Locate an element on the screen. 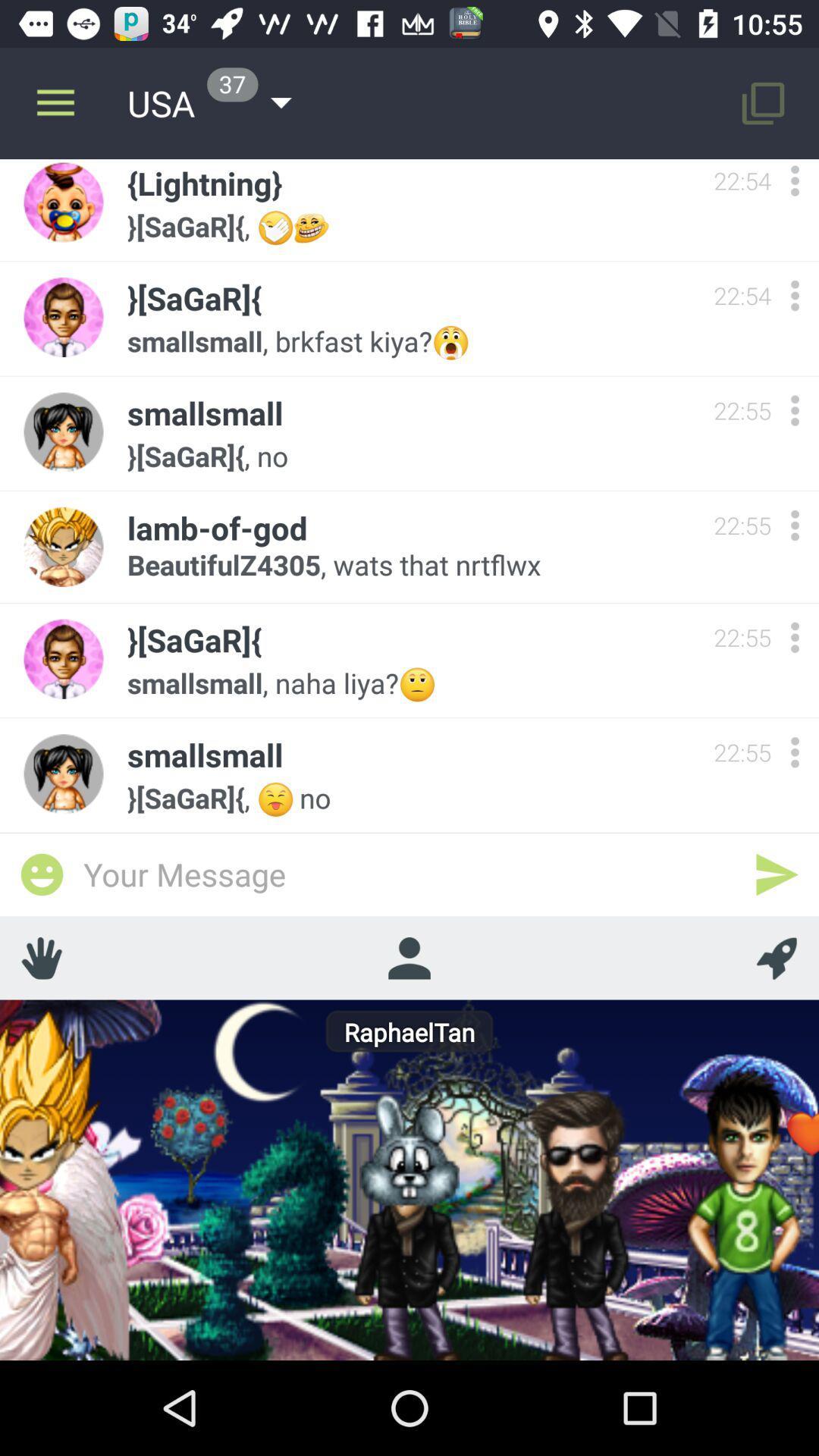 The height and width of the screenshot is (1456, 819). the send icon is located at coordinates (777, 874).